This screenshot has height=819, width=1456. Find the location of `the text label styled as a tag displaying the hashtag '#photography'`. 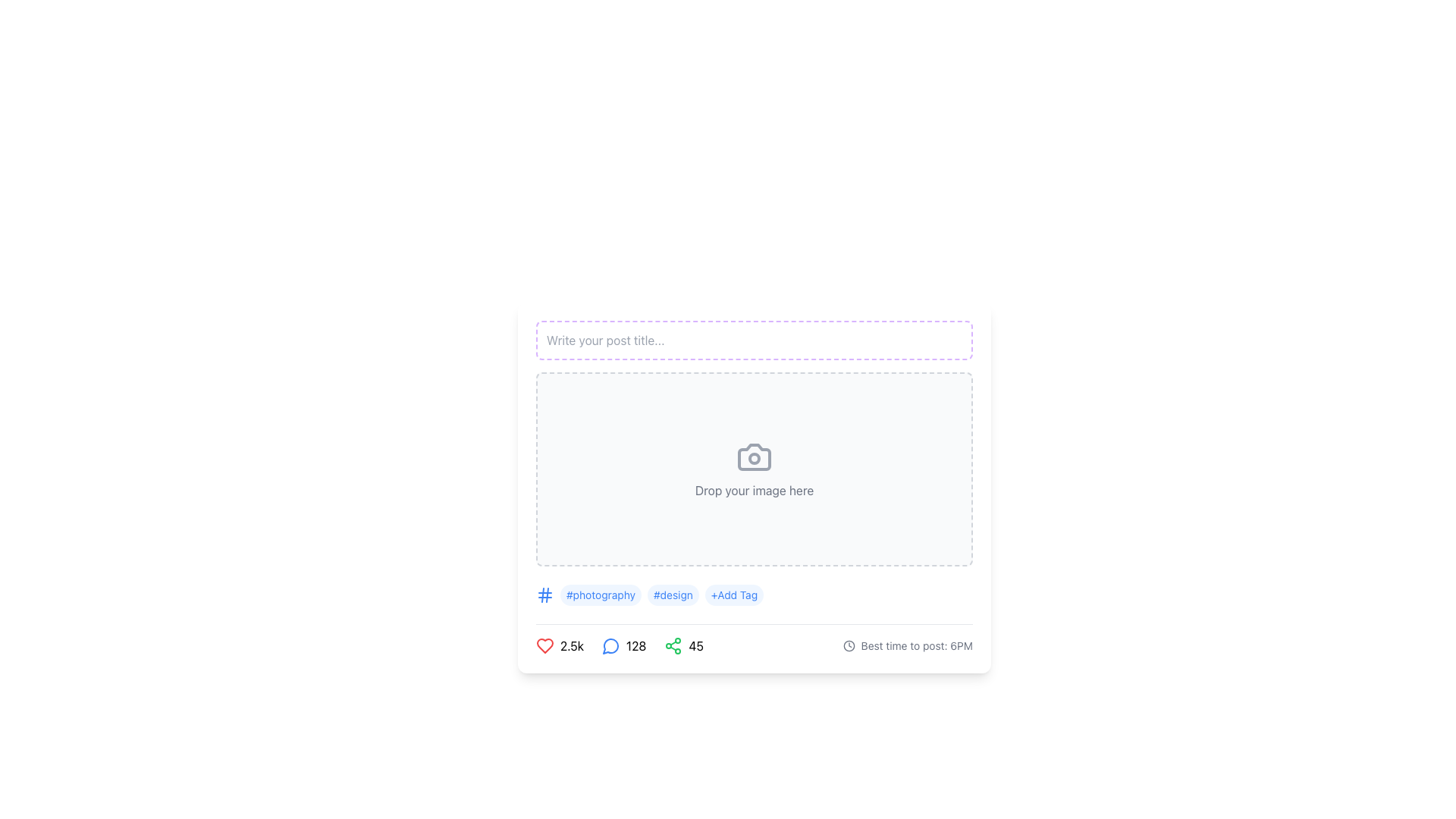

the text label styled as a tag displaying the hashtag '#photography' is located at coordinates (600, 595).